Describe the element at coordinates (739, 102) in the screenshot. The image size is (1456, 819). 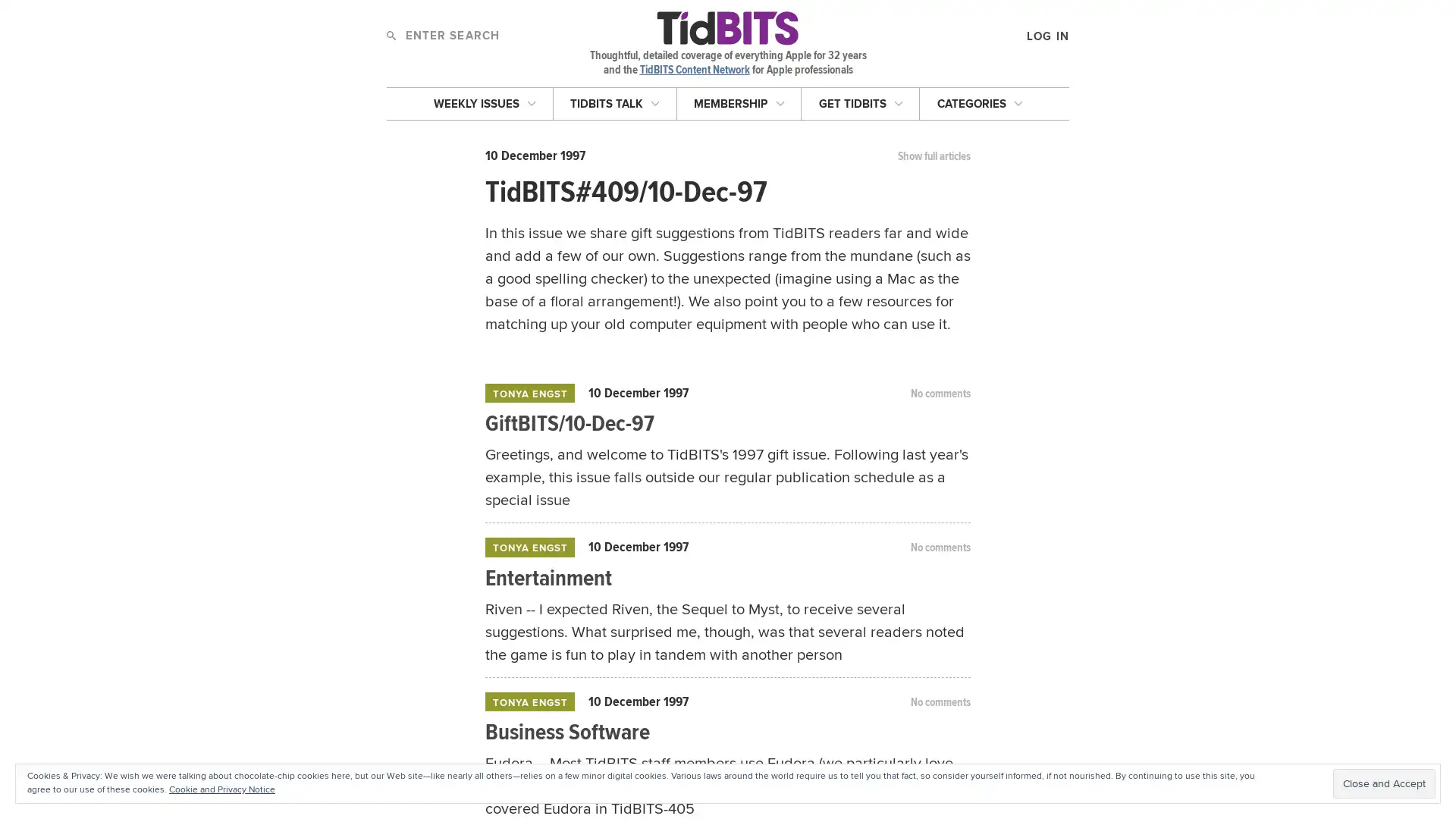
I see `MEMBERSHIP` at that location.